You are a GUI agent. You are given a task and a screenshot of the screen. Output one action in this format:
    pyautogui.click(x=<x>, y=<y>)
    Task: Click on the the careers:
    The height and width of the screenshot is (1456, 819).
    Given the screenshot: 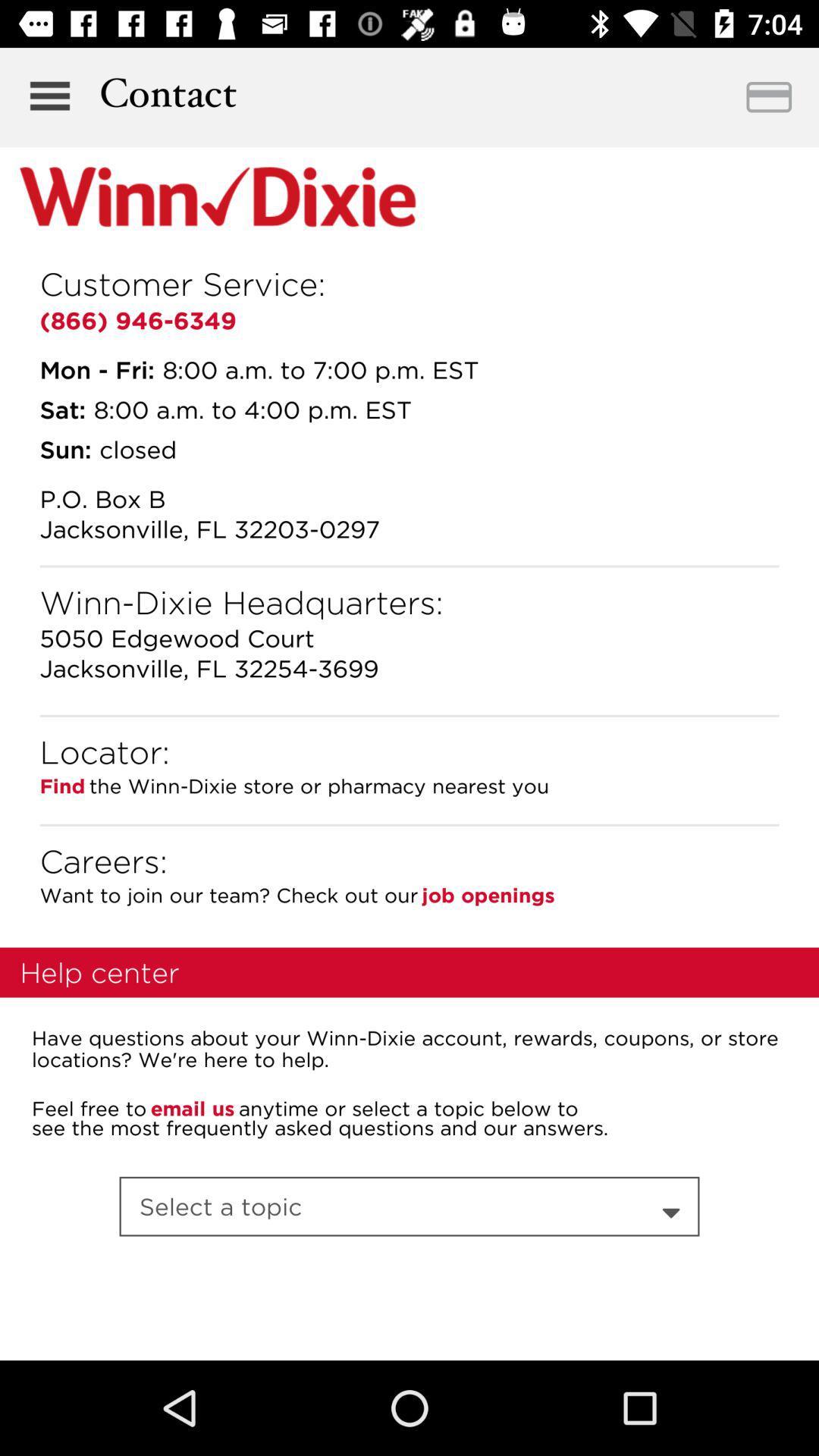 What is the action you would take?
    pyautogui.click(x=102, y=861)
    